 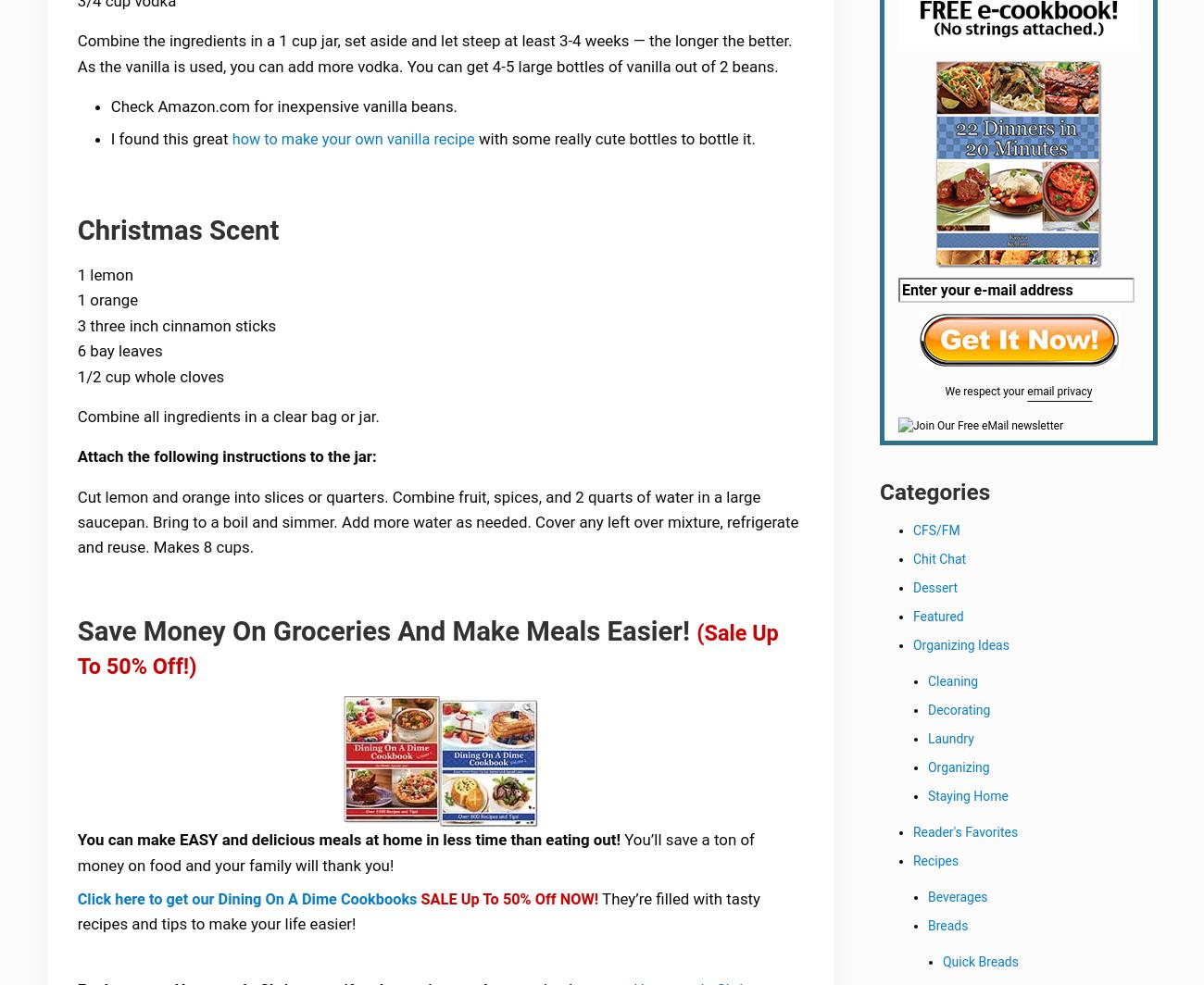 What do you see at coordinates (951, 683) in the screenshot?
I see `'Cleaning'` at bounding box center [951, 683].